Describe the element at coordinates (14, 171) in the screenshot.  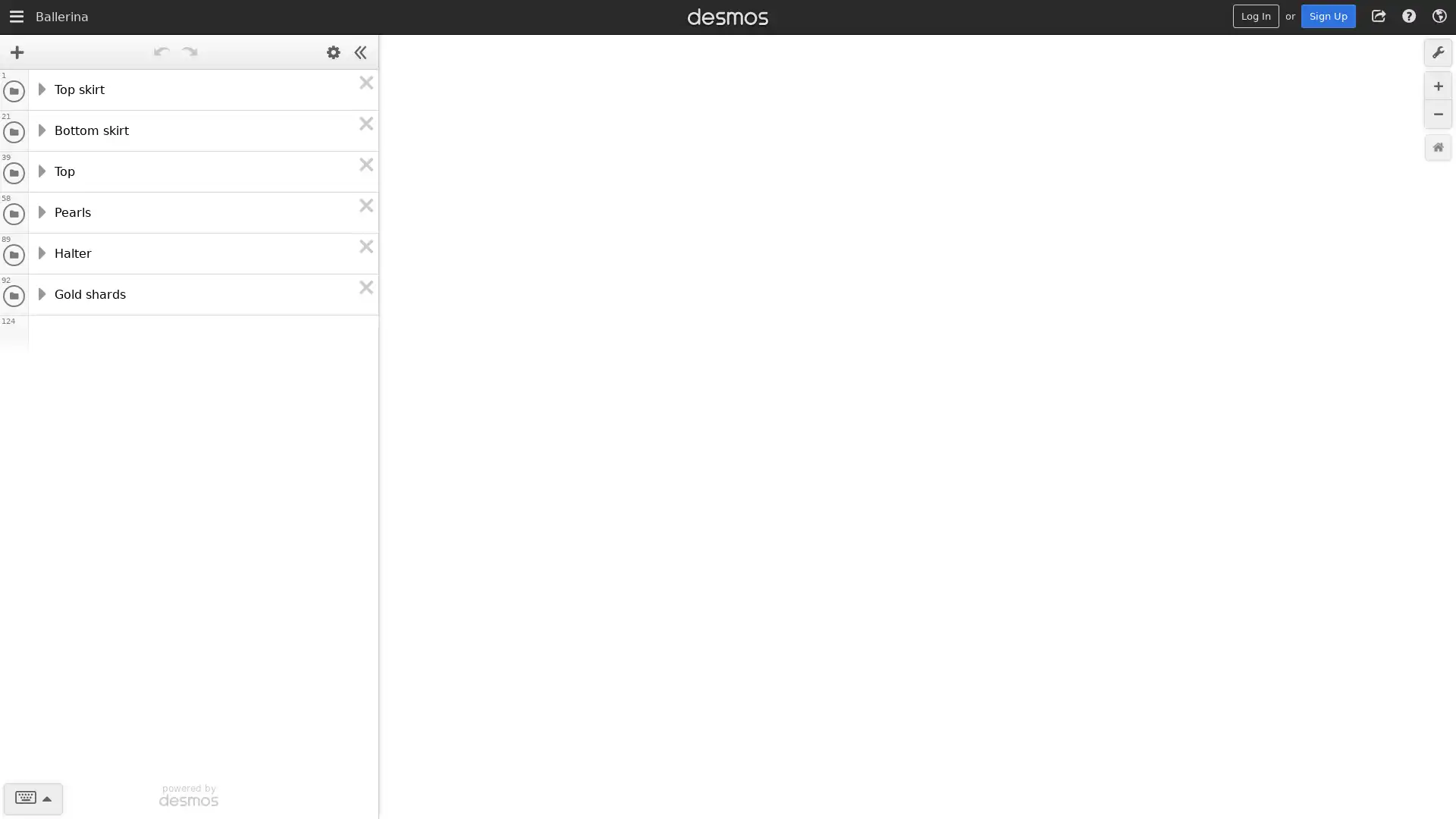
I see `Hide Folder` at that location.